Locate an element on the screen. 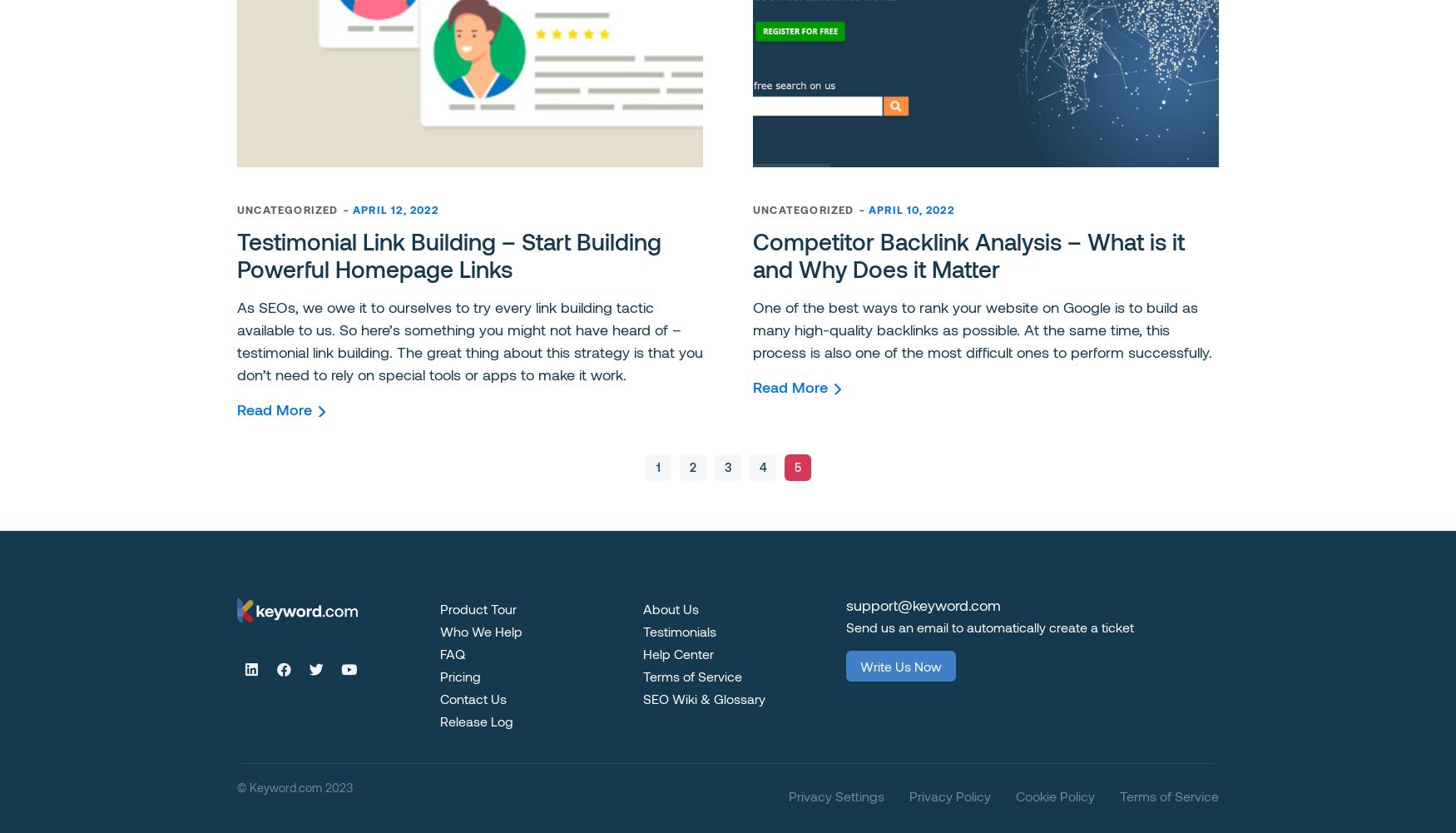 This screenshot has width=1456, height=833. 'Release Log' is located at coordinates (439, 720).